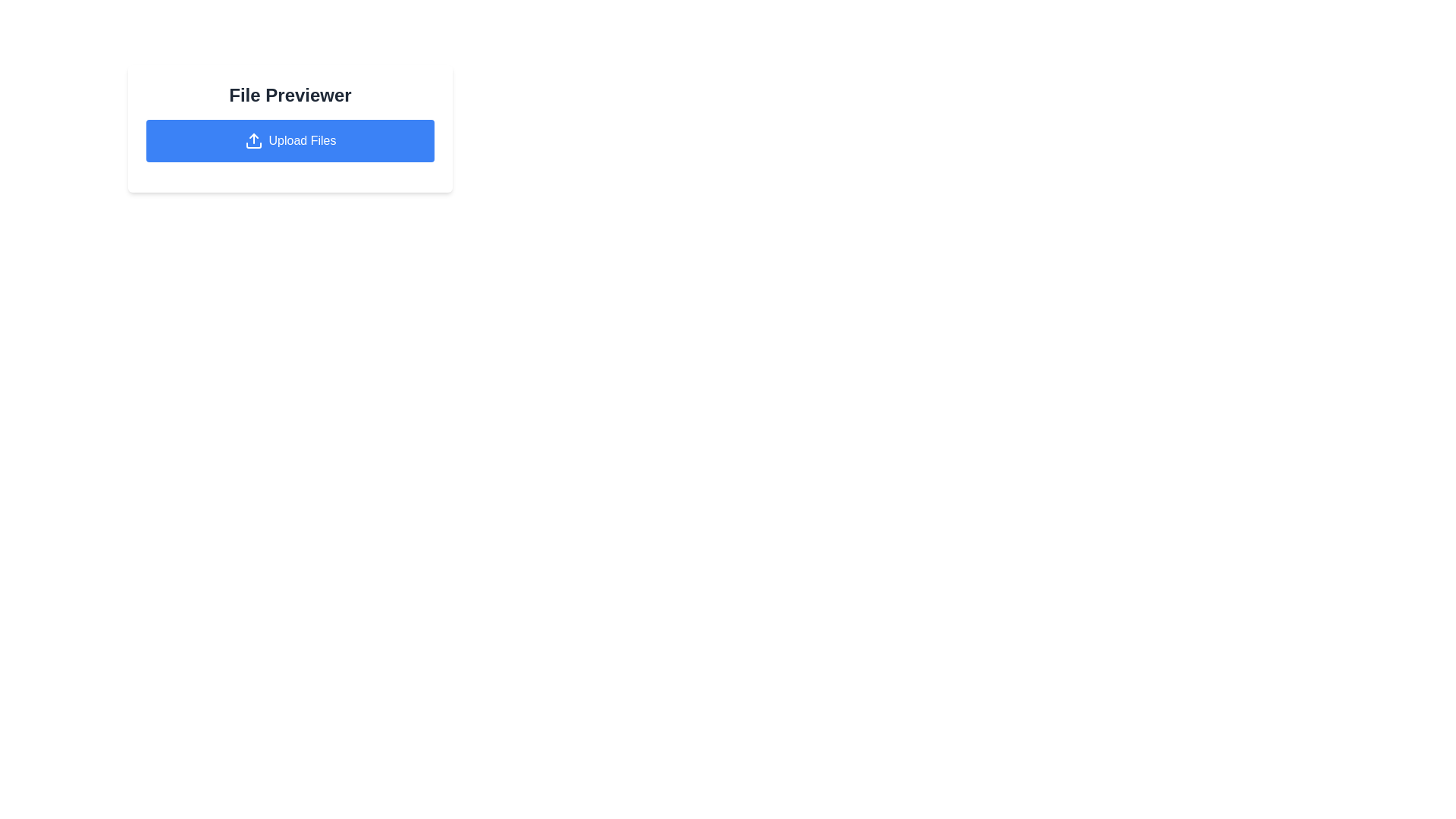 This screenshot has height=819, width=1456. Describe the element at coordinates (290, 146) in the screenshot. I see `the blue button labeled 'Upload Files' with an upload arrow icon` at that location.